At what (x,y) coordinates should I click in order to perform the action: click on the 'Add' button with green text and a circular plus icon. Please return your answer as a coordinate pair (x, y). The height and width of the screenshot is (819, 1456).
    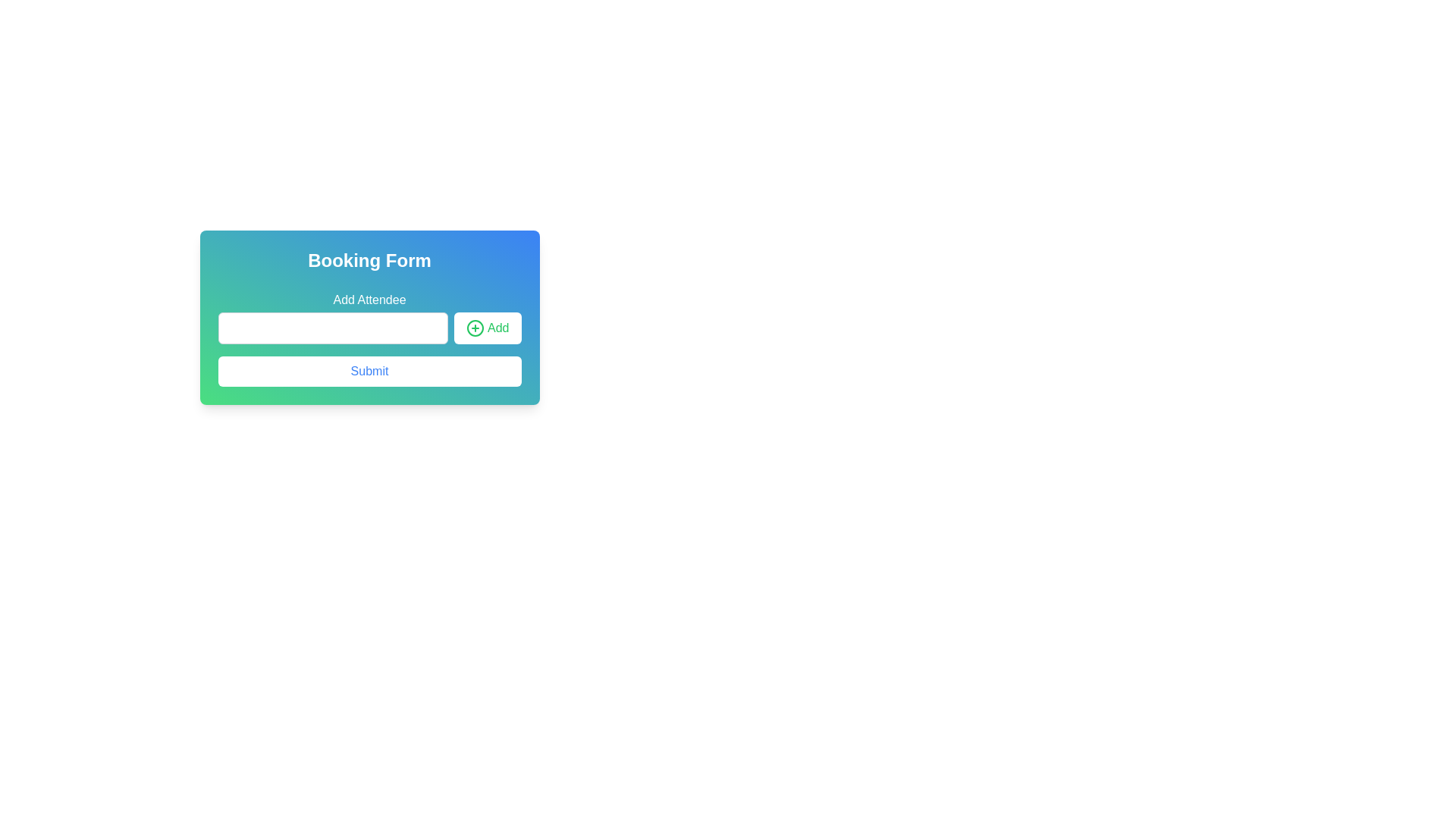
    Looking at the image, I should click on (488, 327).